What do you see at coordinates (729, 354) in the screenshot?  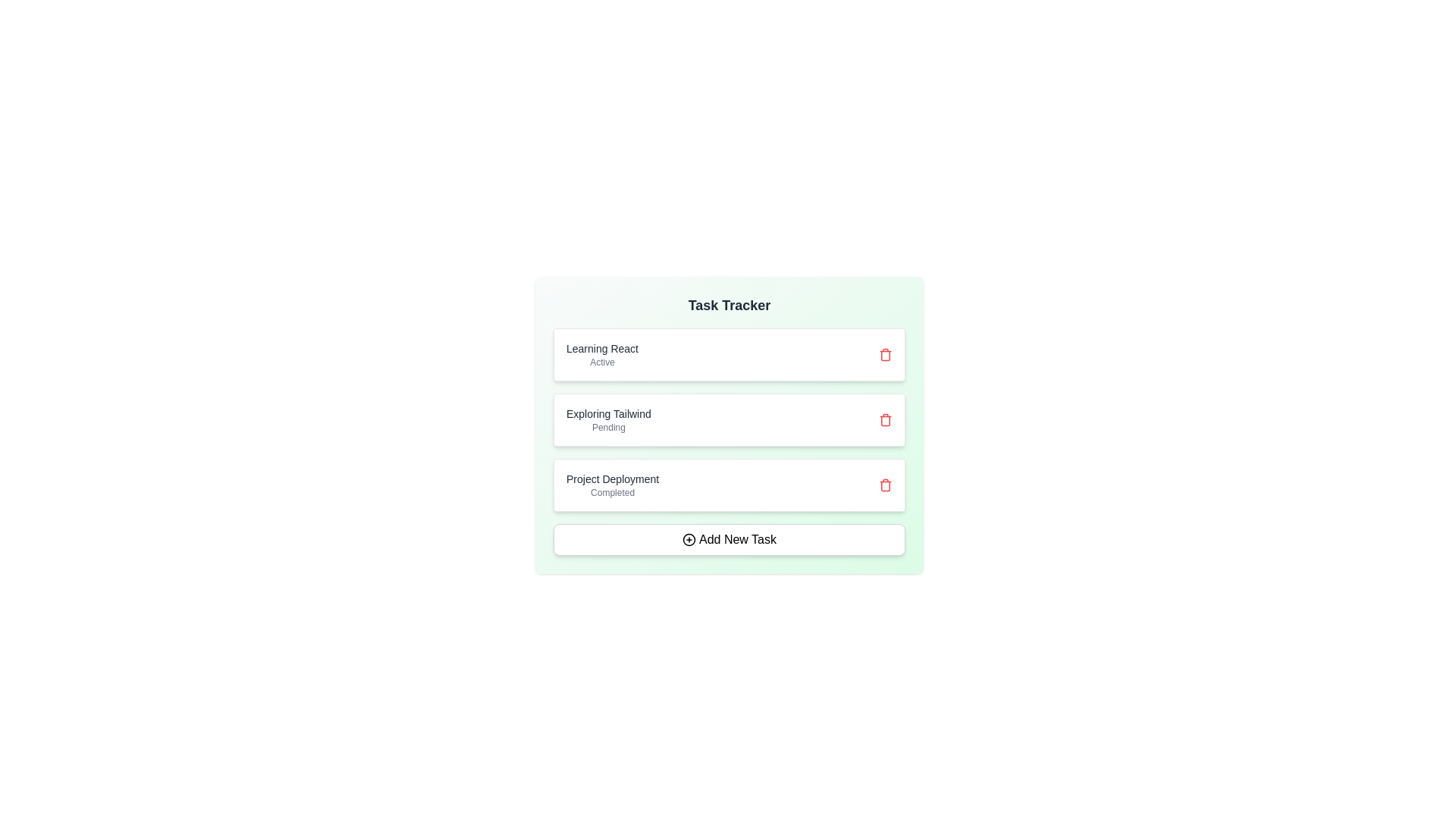 I see `the task card corresponding to Learning React` at bounding box center [729, 354].